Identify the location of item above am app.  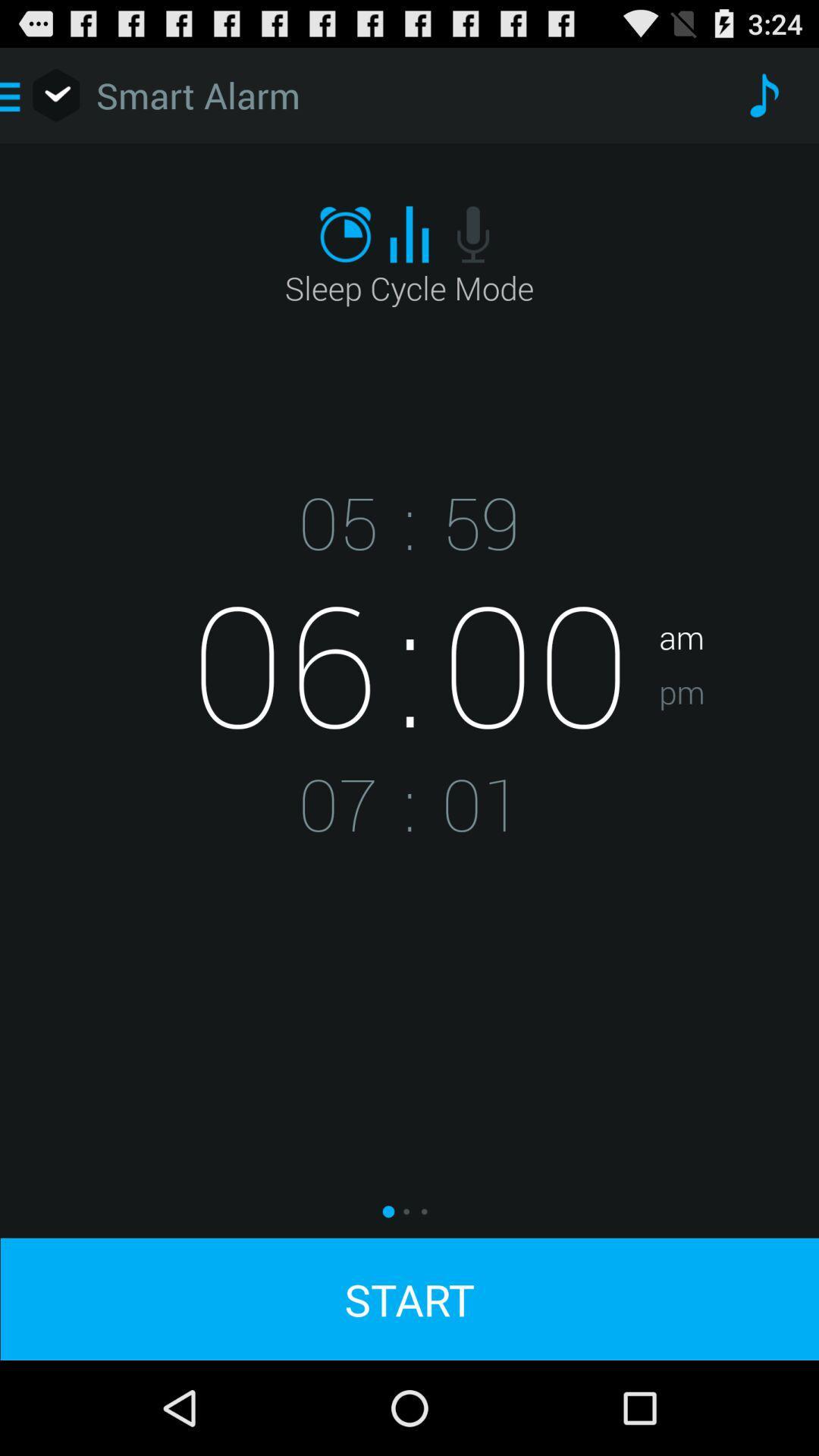
(763, 94).